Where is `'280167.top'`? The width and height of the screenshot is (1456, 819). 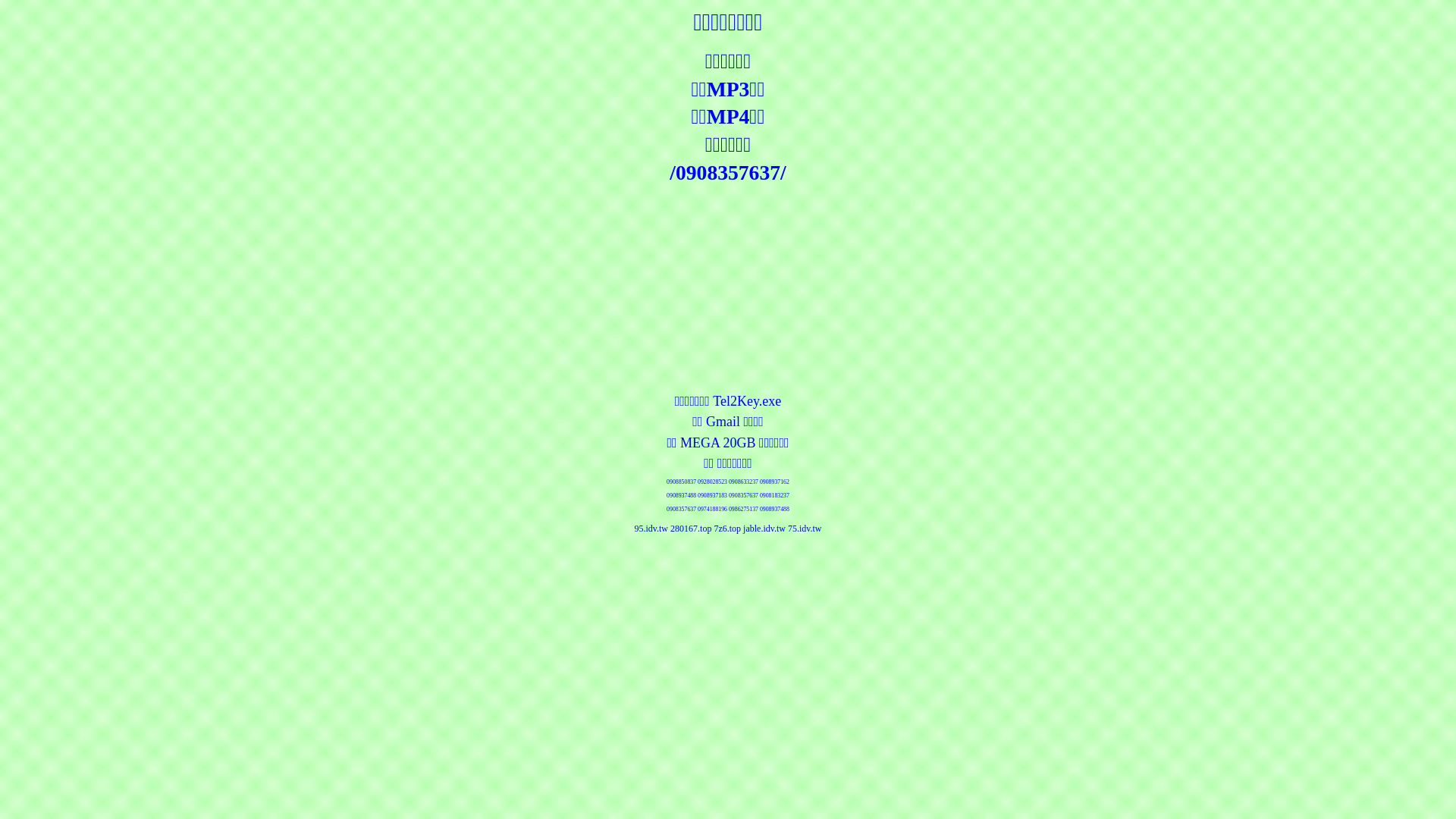 '280167.top' is located at coordinates (690, 528).